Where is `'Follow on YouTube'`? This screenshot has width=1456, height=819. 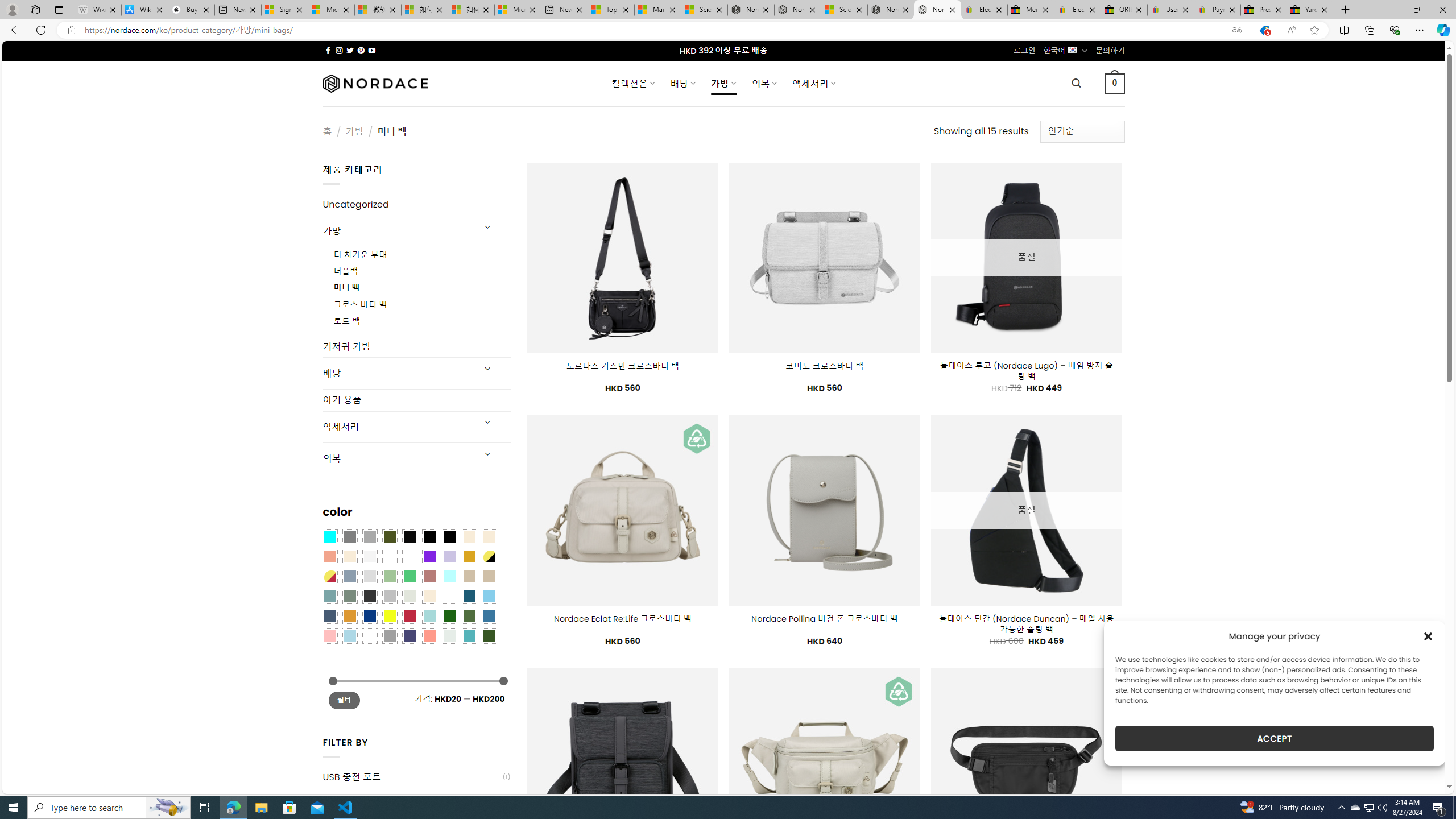 'Follow on YouTube' is located at coordinates (371, 50).